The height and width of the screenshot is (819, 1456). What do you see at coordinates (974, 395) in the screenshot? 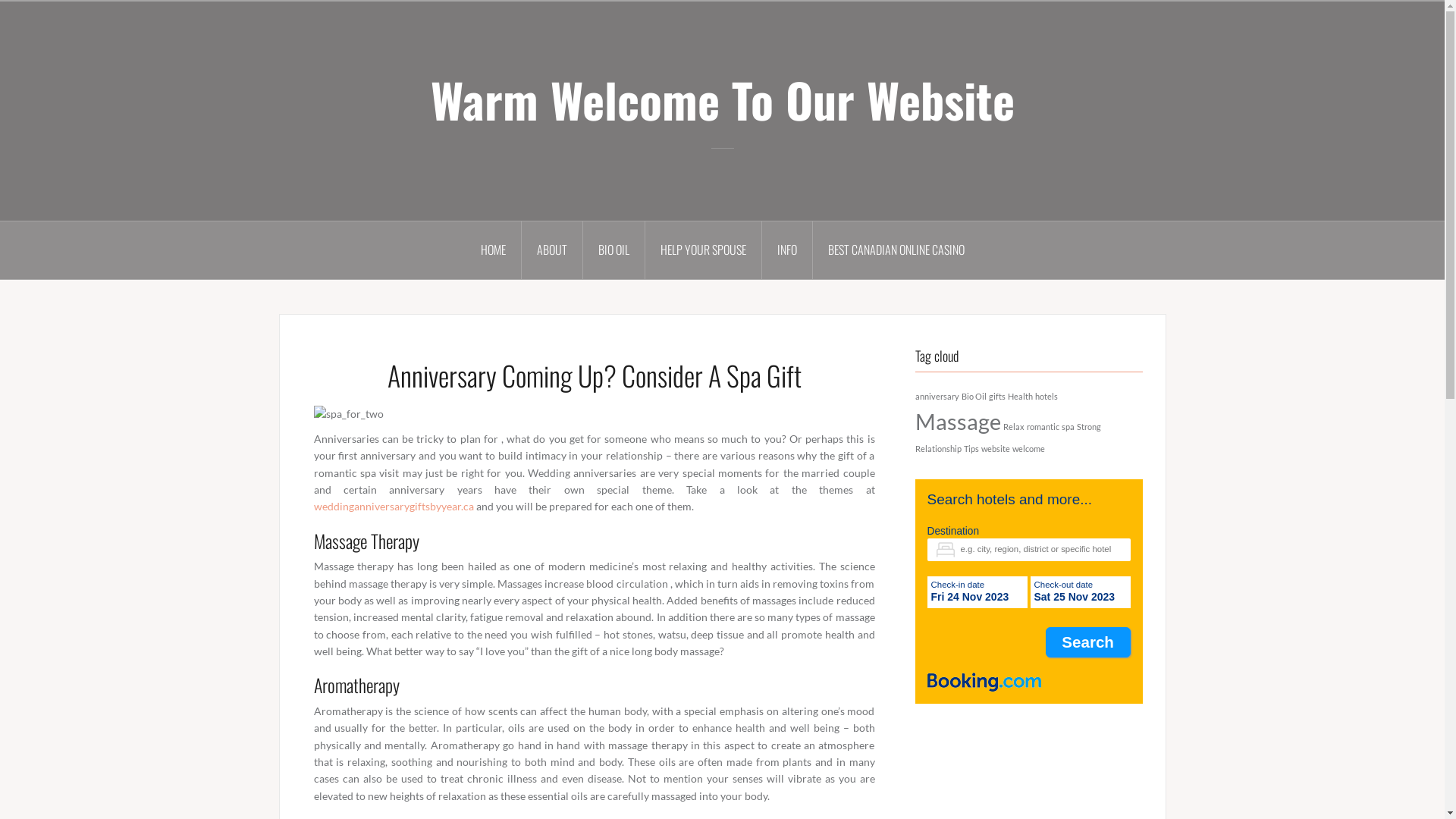
I see `'Bio Oil'` at bounding box center [974, 395].